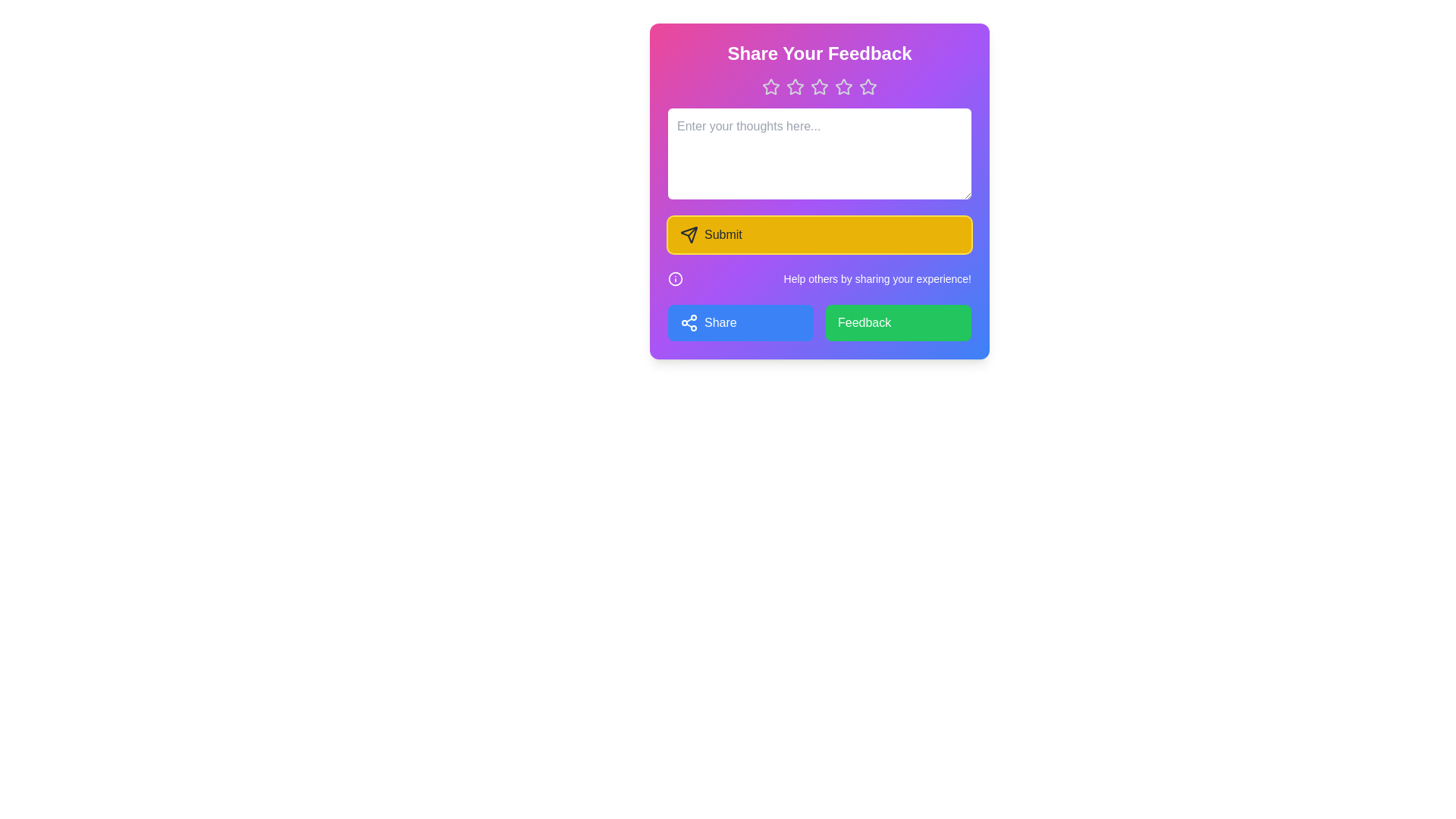 This screenshot has width=1456, height=819. I want to click on the paper plane icon located within the yellow 'Submit' button, so click(688, 234).